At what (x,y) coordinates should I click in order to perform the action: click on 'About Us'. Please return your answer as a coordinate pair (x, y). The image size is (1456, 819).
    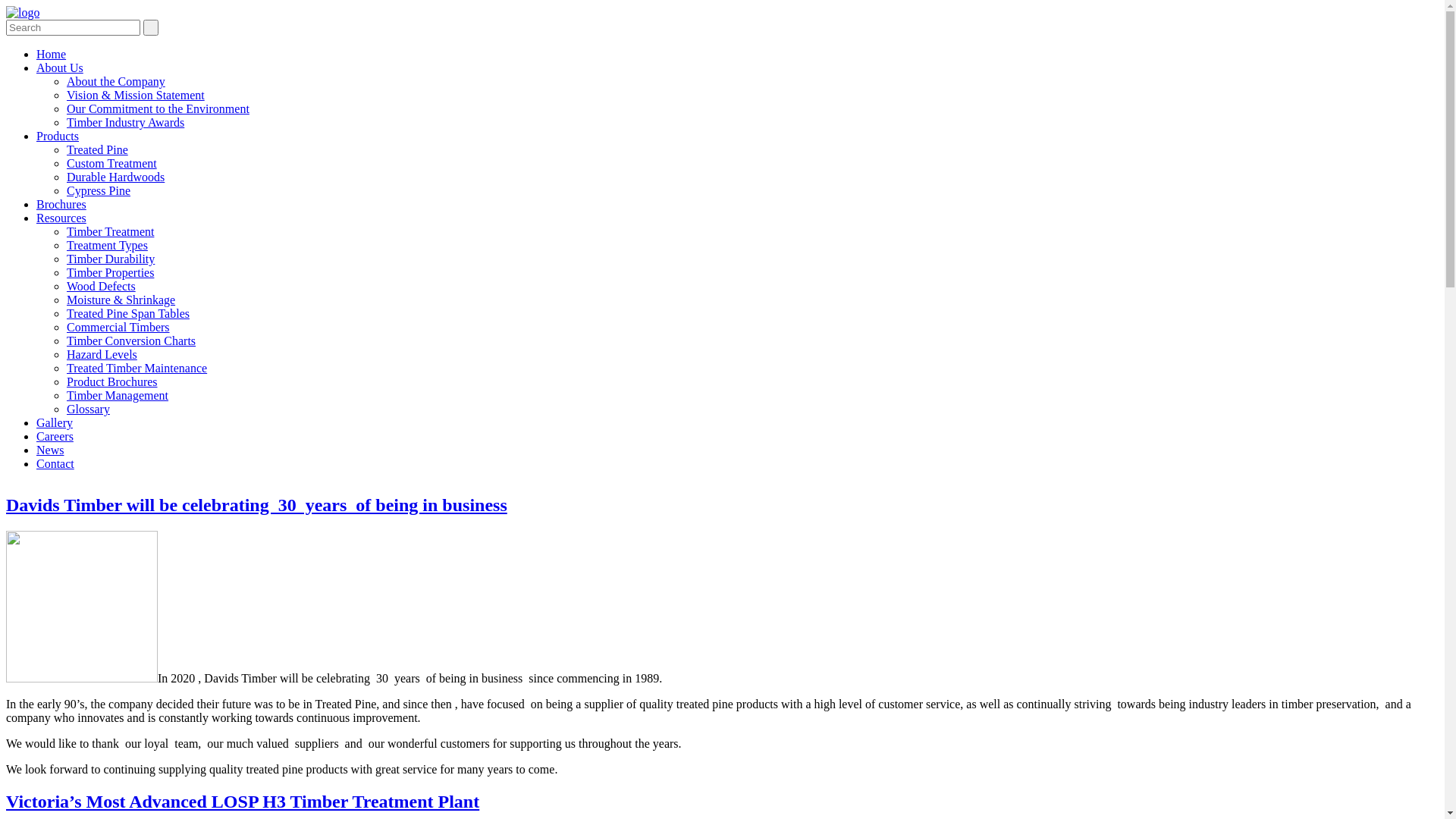
    Looking at the image, I should click on (59, 67).